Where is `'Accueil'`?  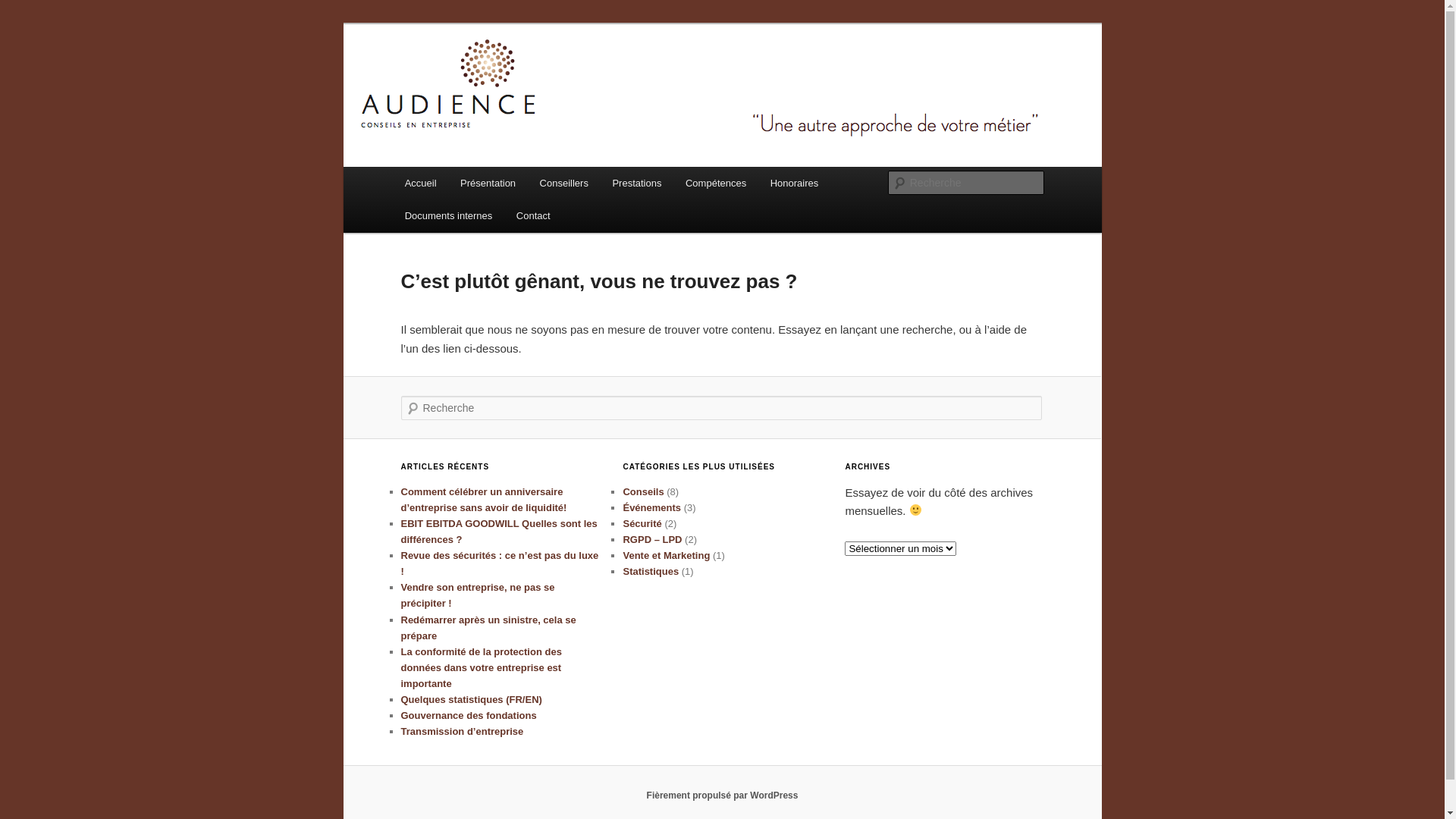 'Accueil' is located at coordinates (420, 182).